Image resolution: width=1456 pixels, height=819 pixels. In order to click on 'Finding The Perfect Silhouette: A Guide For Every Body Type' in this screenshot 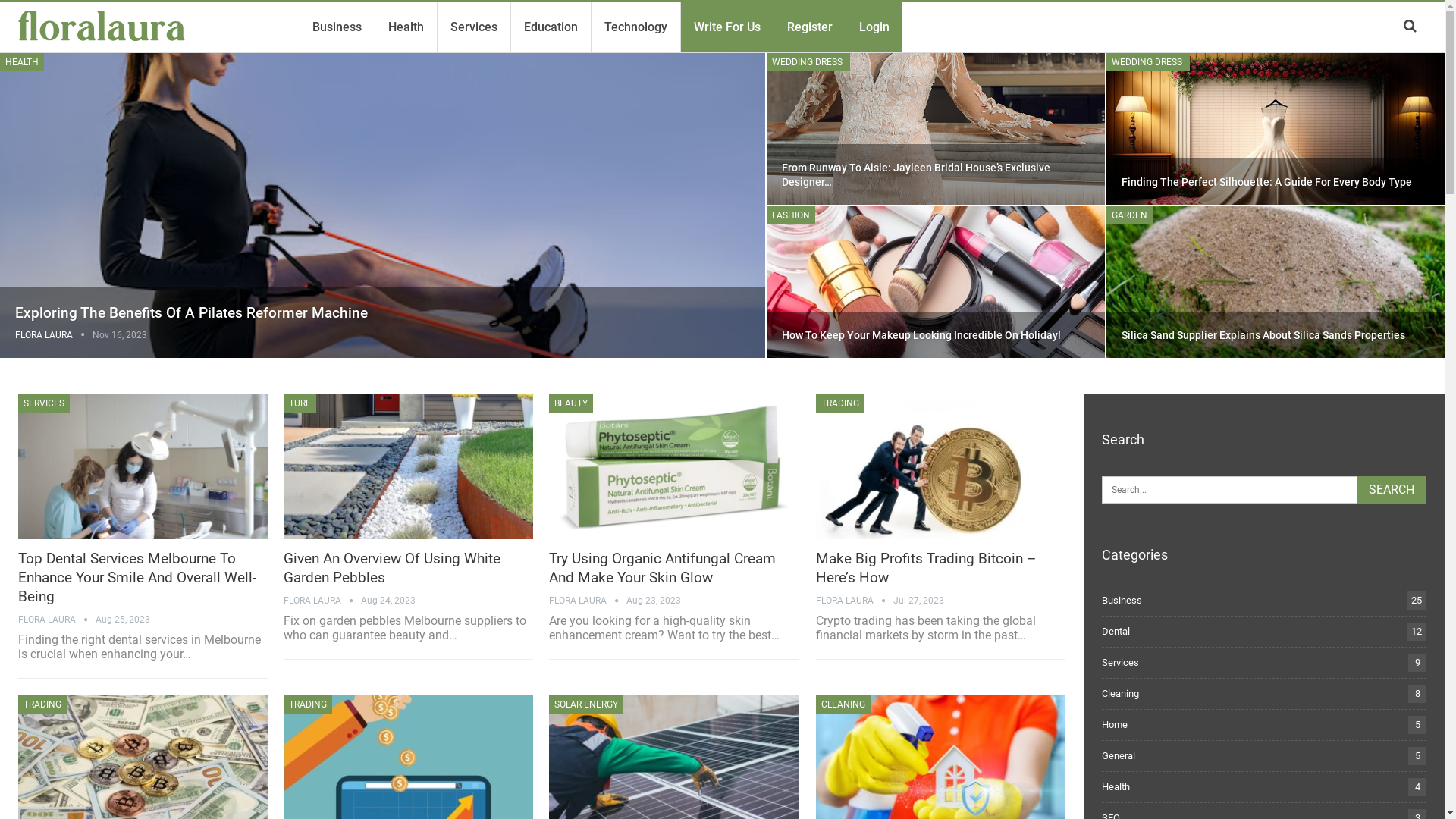, I will do `click(1121, 180)`.